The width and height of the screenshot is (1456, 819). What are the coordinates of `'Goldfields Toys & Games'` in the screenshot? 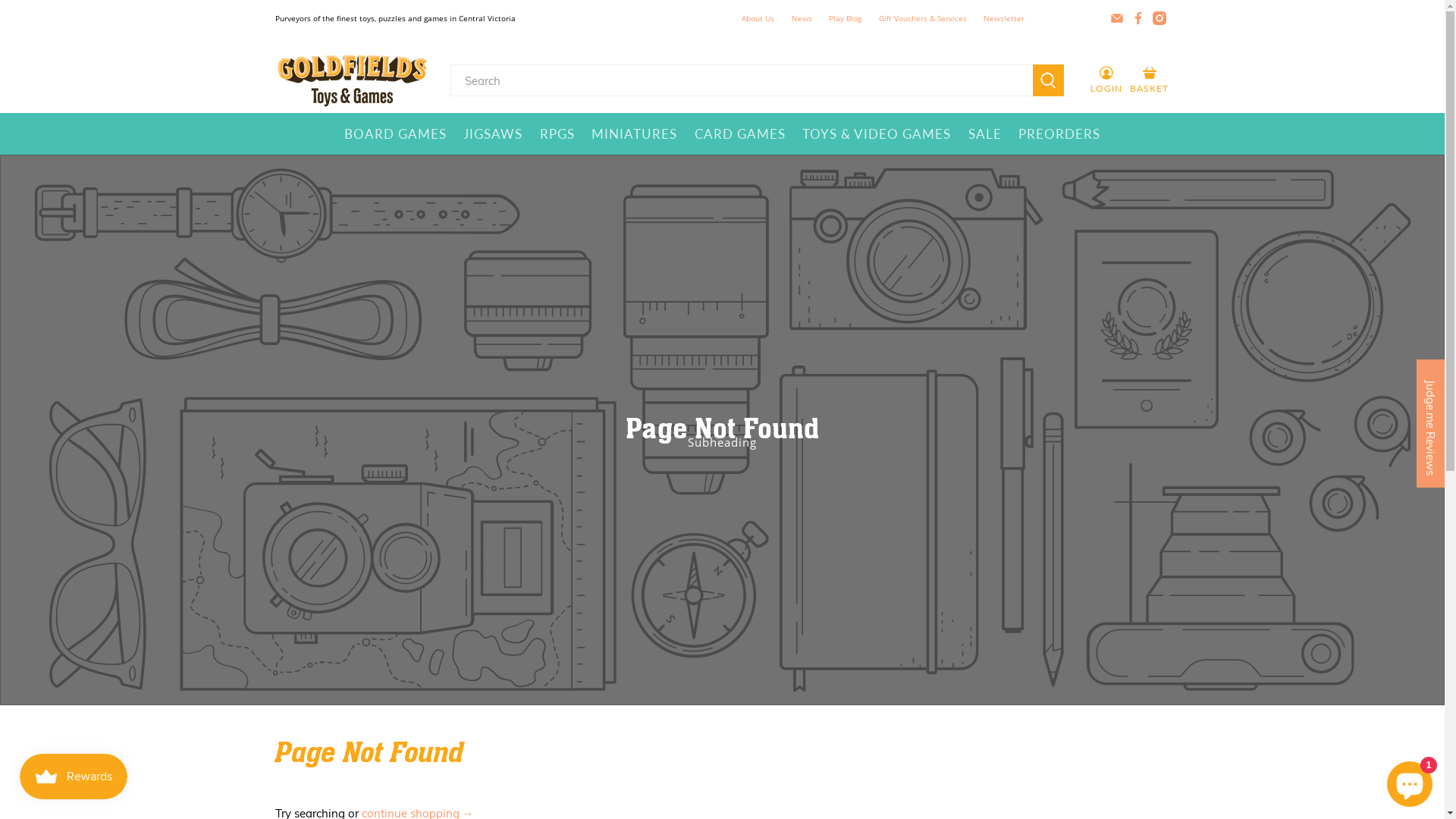 It's located at (351, 80).